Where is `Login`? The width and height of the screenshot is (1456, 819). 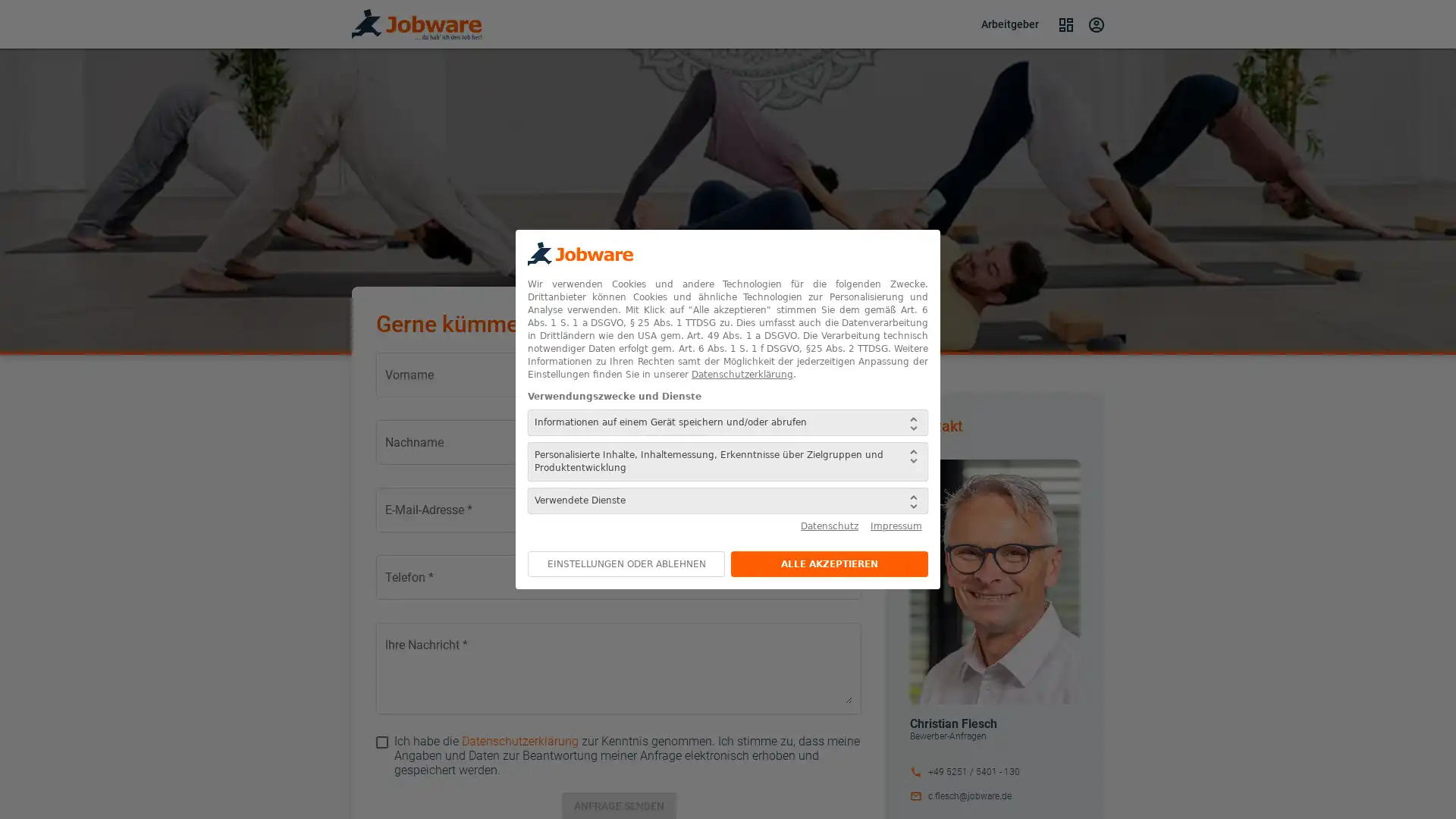
Login is located at coordinates (1096, 24).